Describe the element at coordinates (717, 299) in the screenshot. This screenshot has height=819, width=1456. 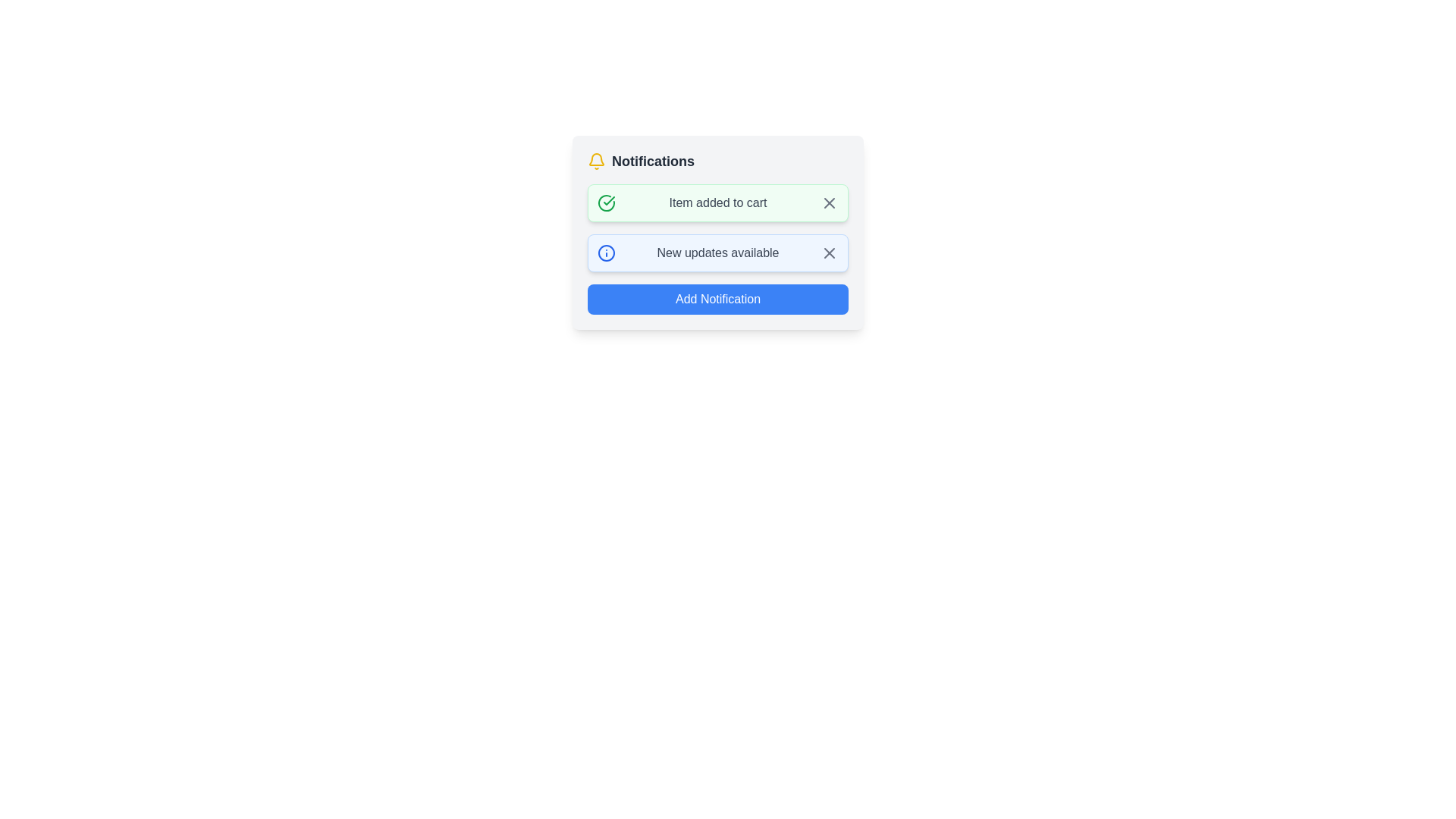
I see `the button located at the bottom of the notifications card` at that location.